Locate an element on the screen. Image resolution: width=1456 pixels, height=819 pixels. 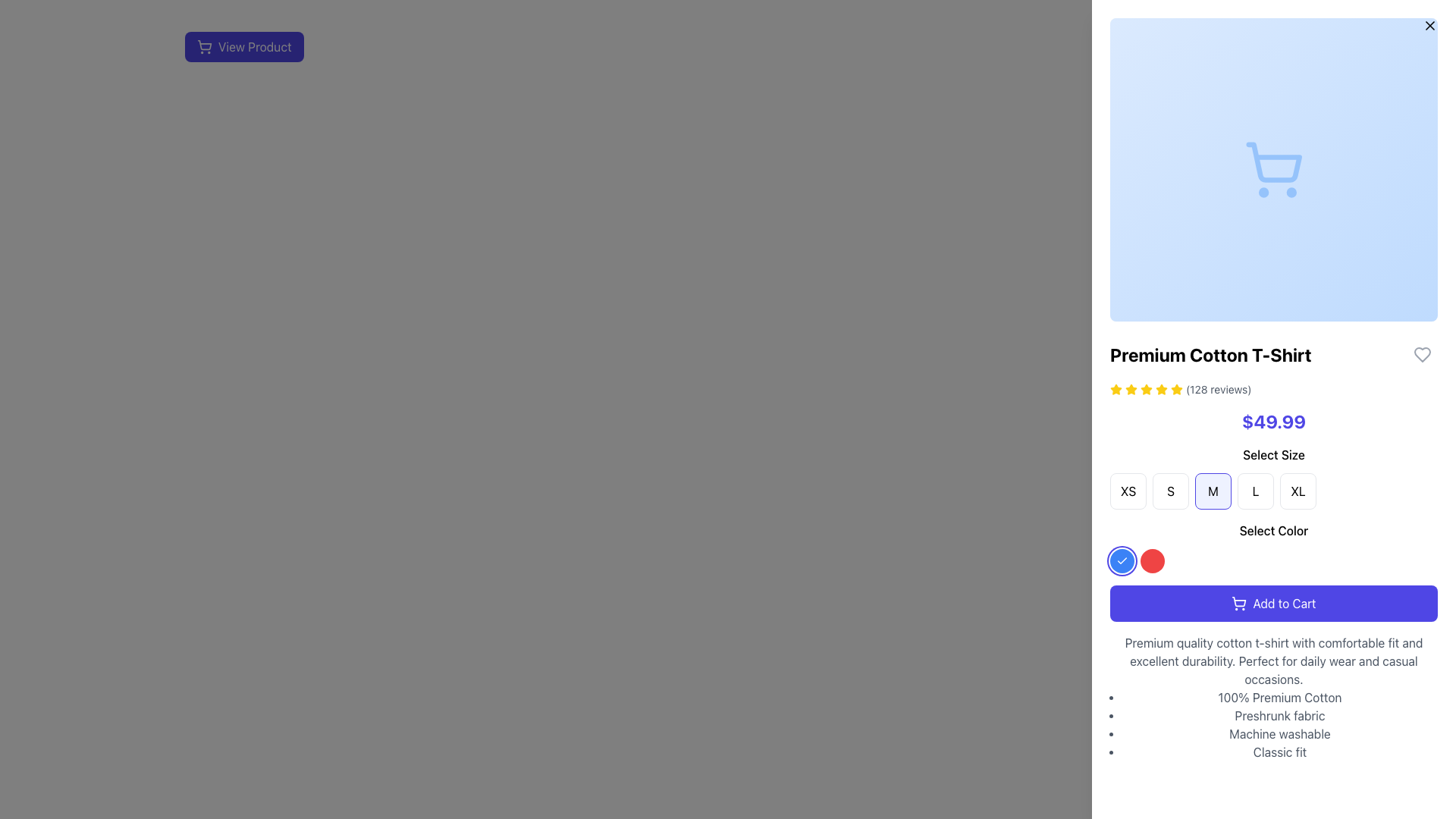
the 'Select Size' static text label which serves as a title for the size selection options is located at coordinates (1274, 454).